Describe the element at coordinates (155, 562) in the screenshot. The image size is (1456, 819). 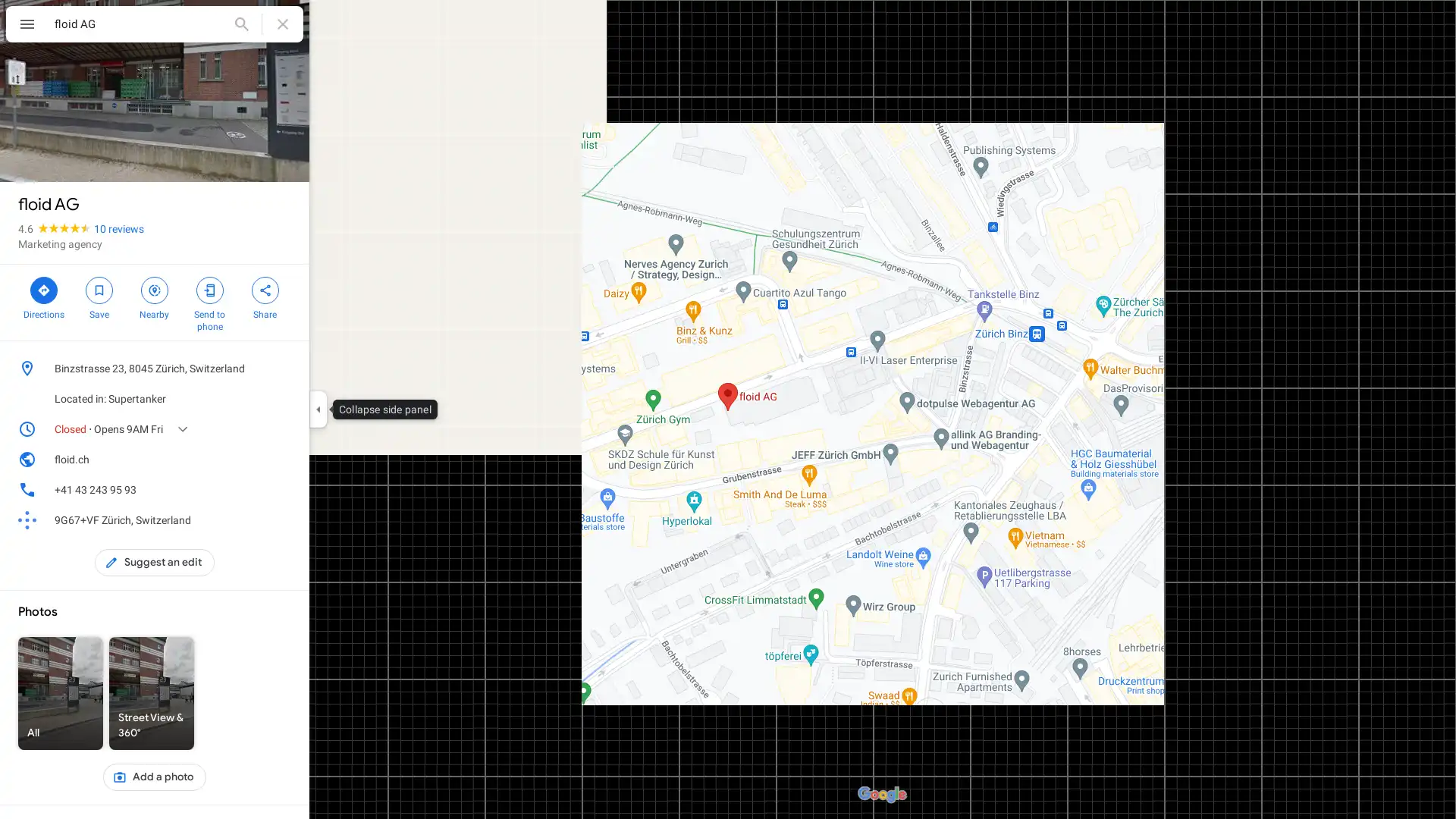
I see `Suggest an edit` at that location.